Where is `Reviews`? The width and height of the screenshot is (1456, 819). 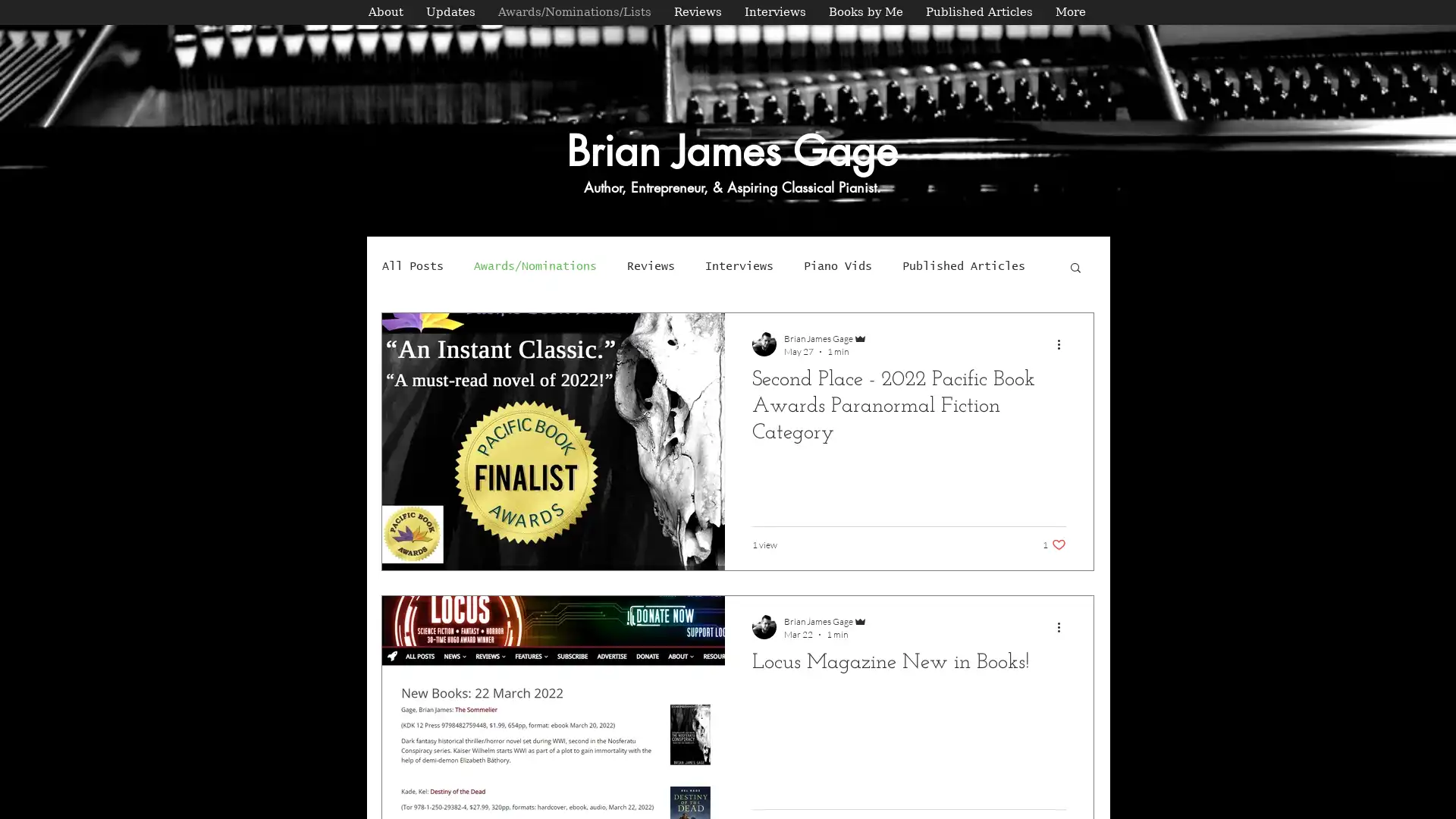 Reviews is located at coordinates (651, 265).